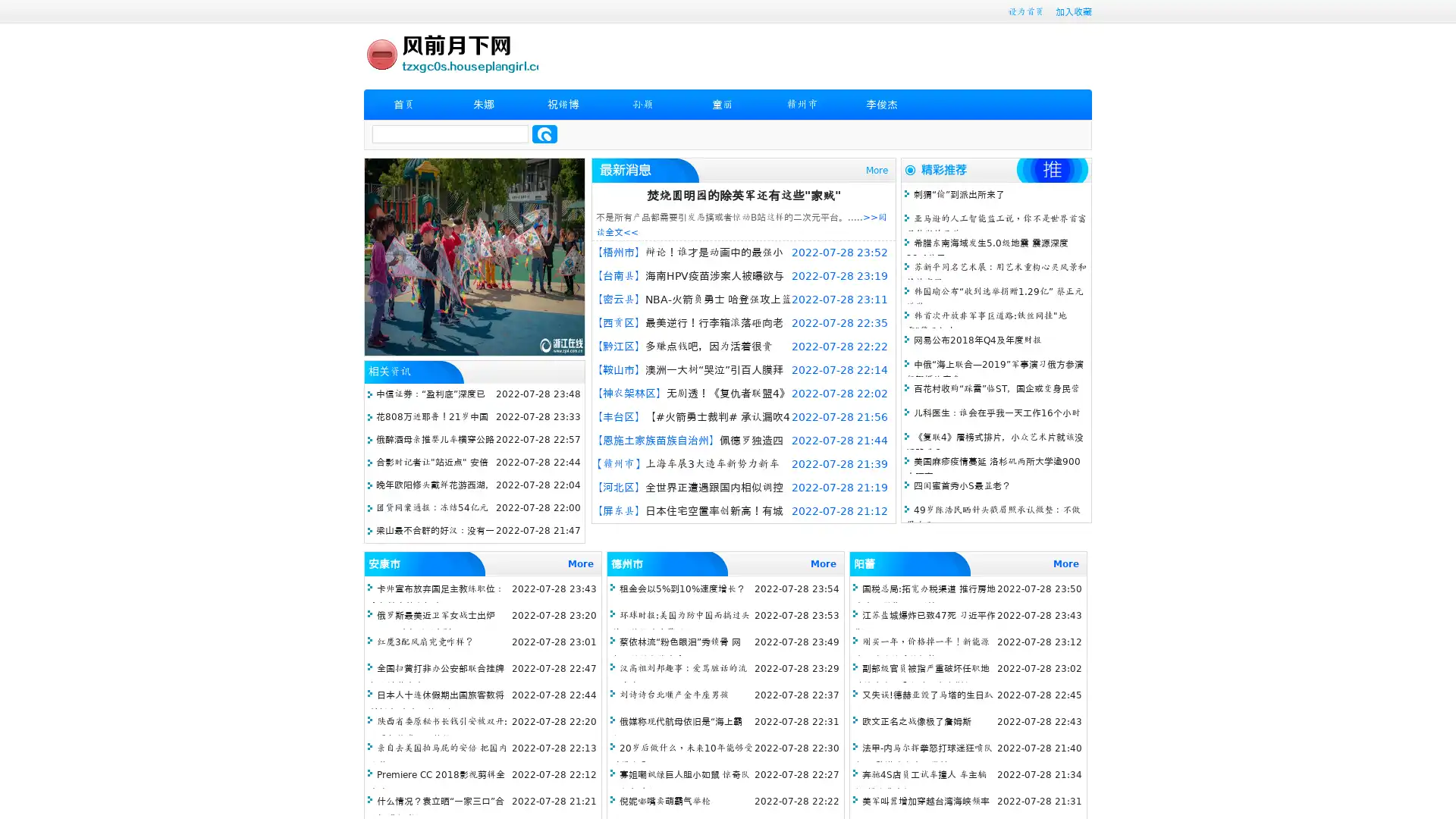 Image resolution: width=1456 pixels, height=819 pixels. Describe the element at coordinates (544, 133) in the screenshot. I see `Search` at that location.